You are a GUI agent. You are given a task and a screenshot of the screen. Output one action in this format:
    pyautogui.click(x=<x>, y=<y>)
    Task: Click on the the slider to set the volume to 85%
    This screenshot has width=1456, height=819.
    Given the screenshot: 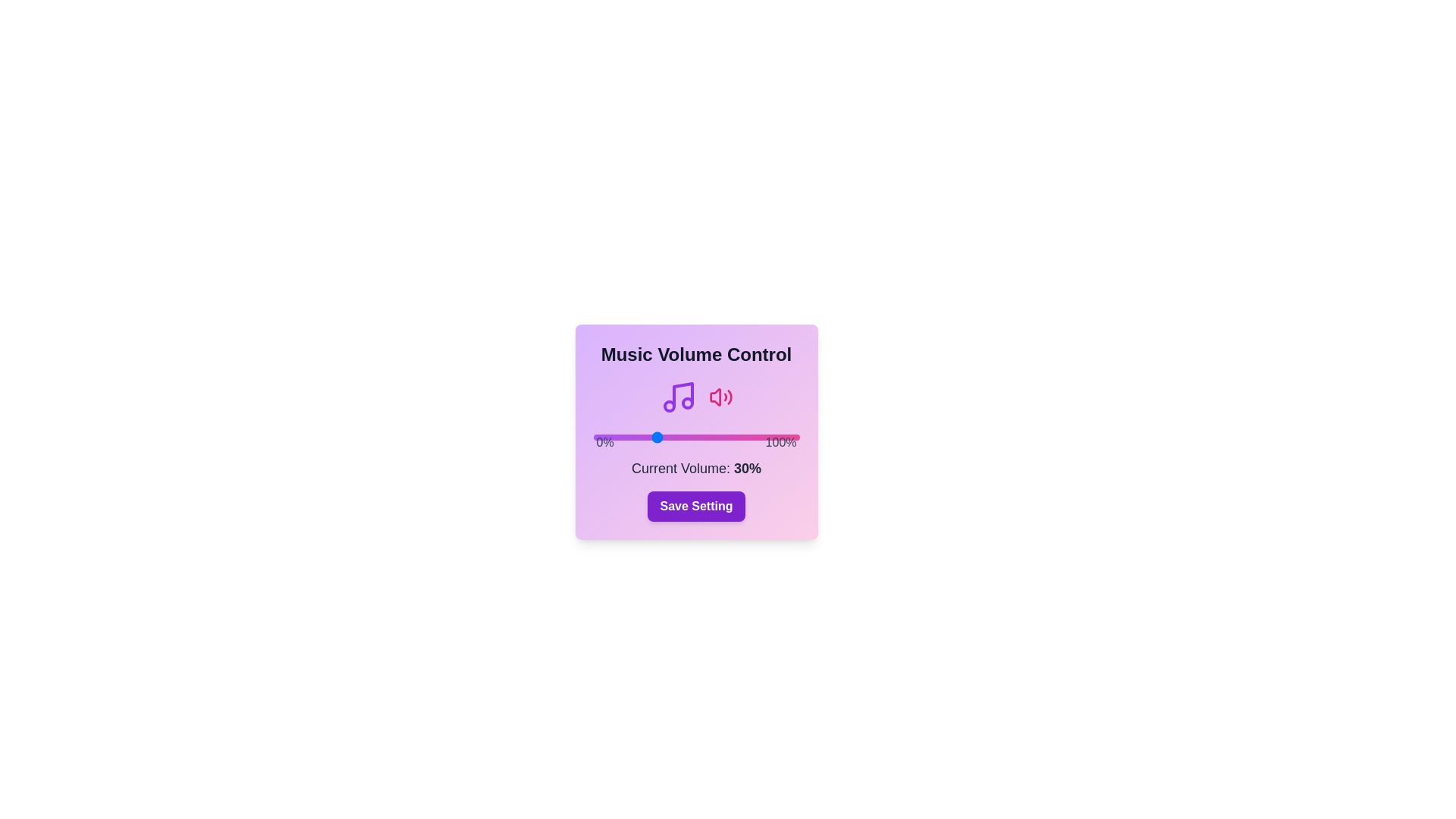 What is the action you would take?
    pyautogui.click(x=768, y=438)
    